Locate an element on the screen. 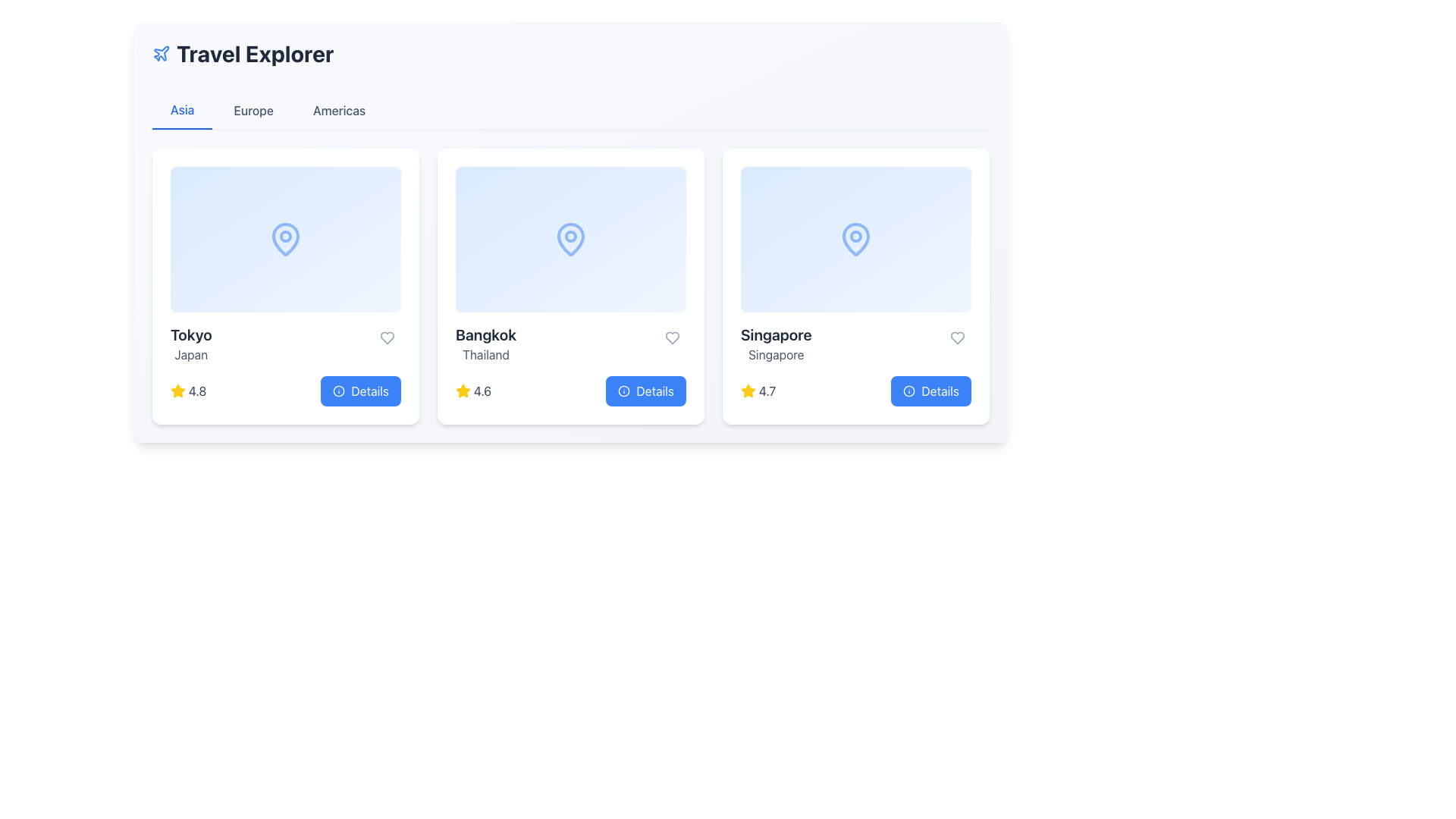 The width and height of the screenshot is (1456, 819). the SVG icon within the 'Details' button located at the bottom right corner of the travel destination card for 'Tokyo' is located at coordinates (338, 391).